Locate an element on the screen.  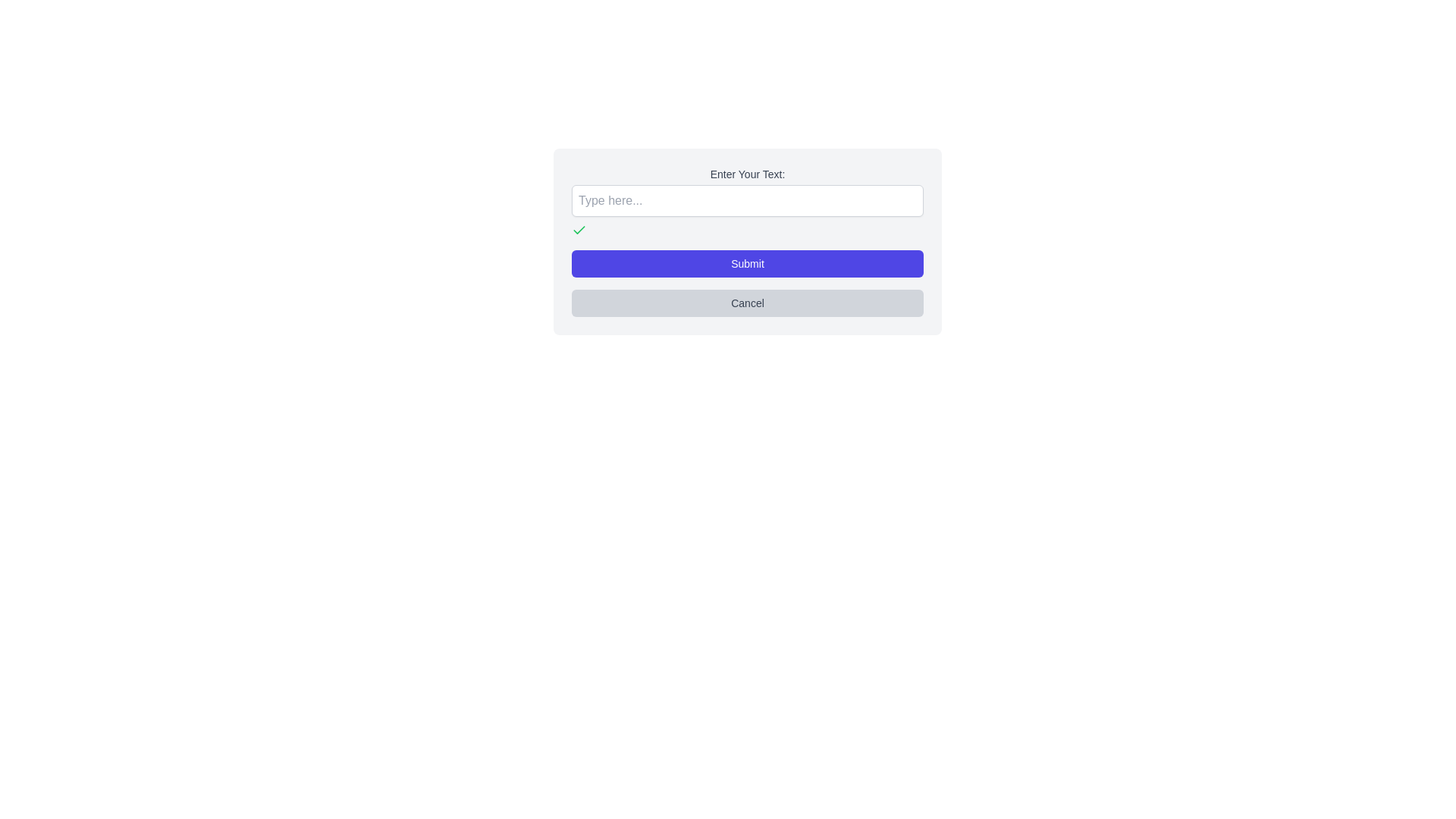
the submission button located directly beneath the text input field labeled 'Enter Your Text:' and above the 'Cancel' button is located at coordinates (747, 241).